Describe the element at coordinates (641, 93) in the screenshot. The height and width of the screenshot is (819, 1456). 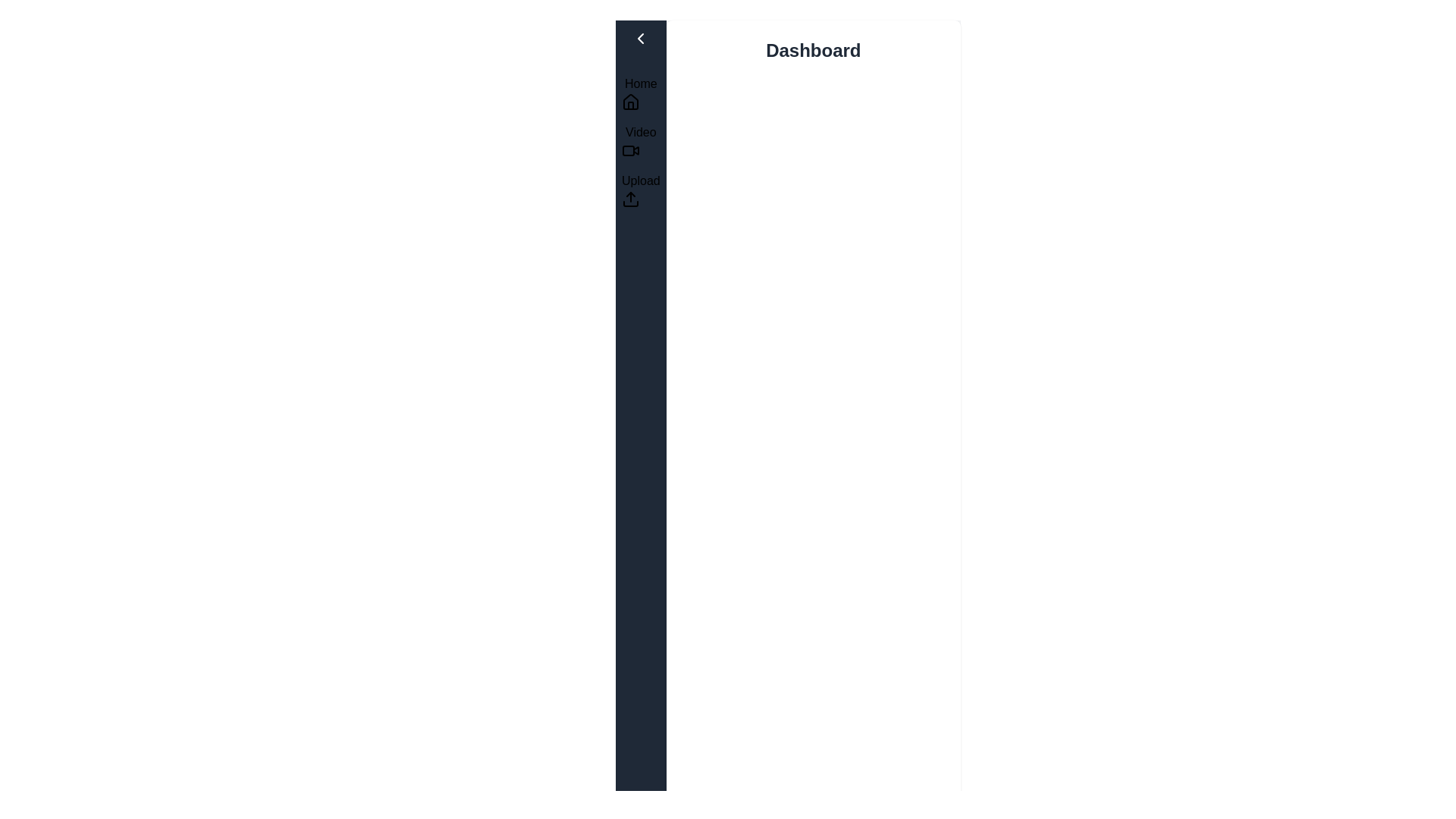
I see `the 'Home' navigational button located at the top of the vertical menu bar` at that location.